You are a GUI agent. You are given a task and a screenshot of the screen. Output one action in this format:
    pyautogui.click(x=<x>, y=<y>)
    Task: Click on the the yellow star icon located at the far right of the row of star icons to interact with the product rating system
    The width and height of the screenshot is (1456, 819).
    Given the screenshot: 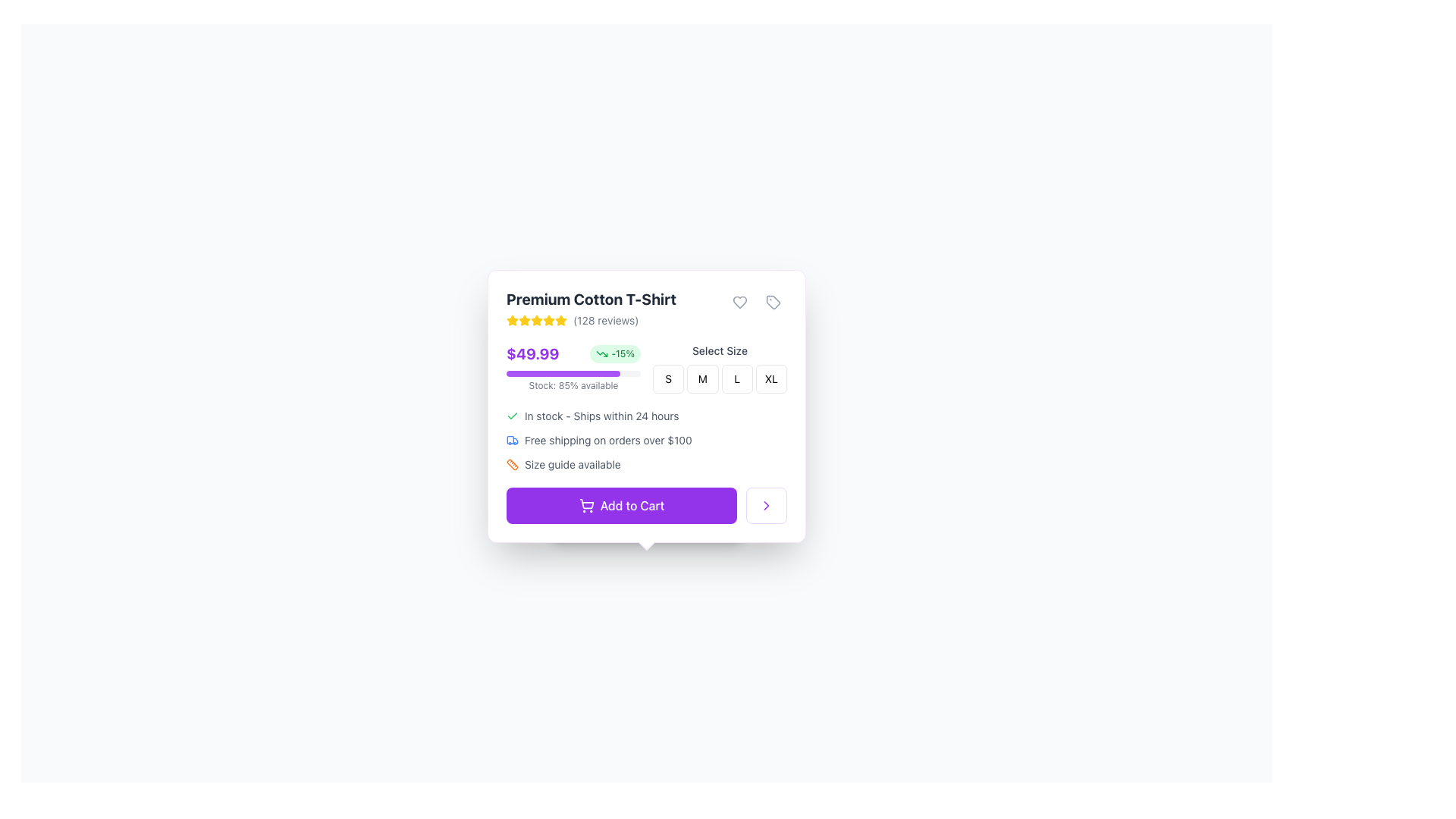 What is the action you would take?
    pyautogui.click(x=560, y=320)
    